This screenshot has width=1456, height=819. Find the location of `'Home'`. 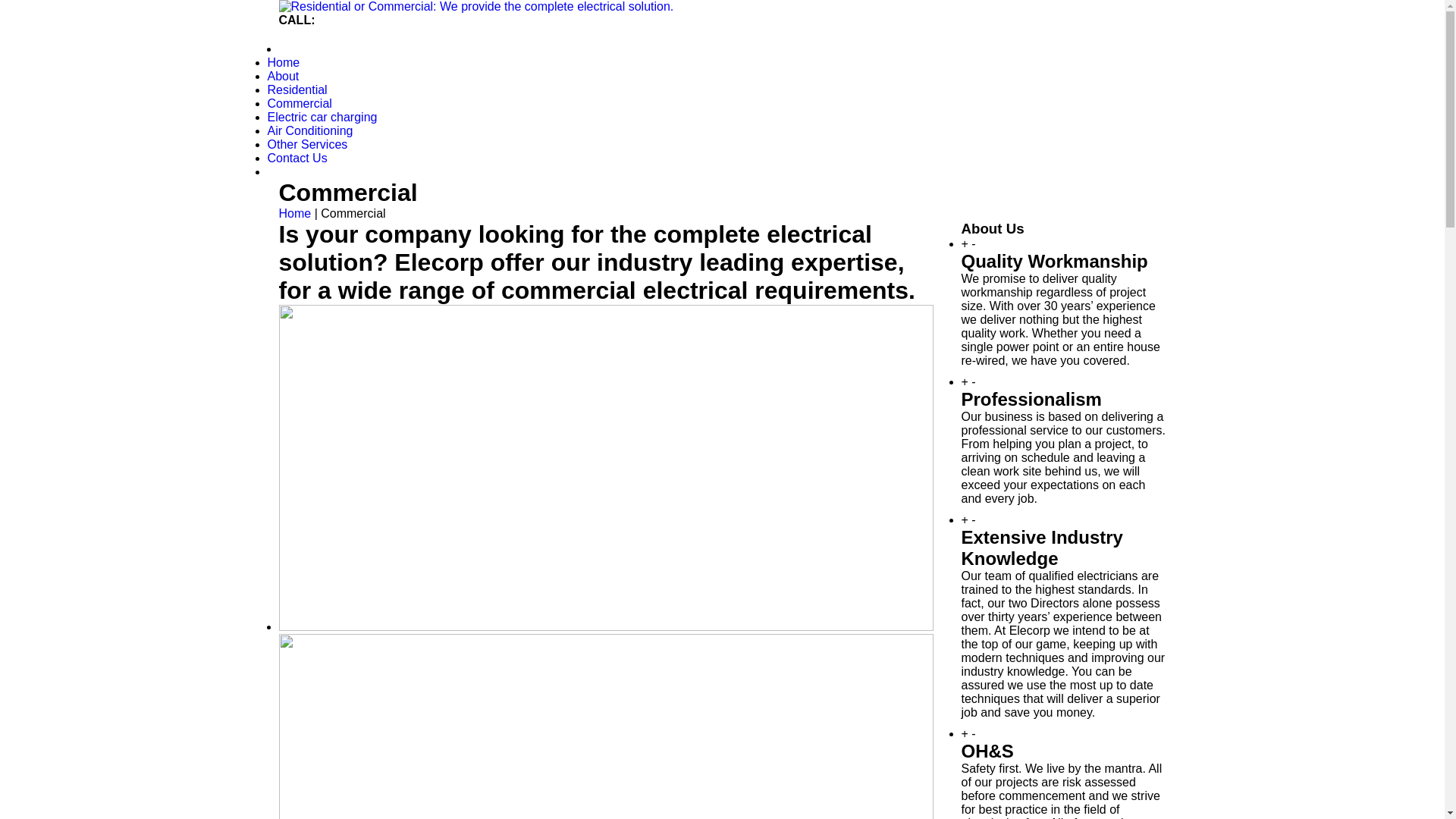

'Home' is located at coordinates (279, 213).